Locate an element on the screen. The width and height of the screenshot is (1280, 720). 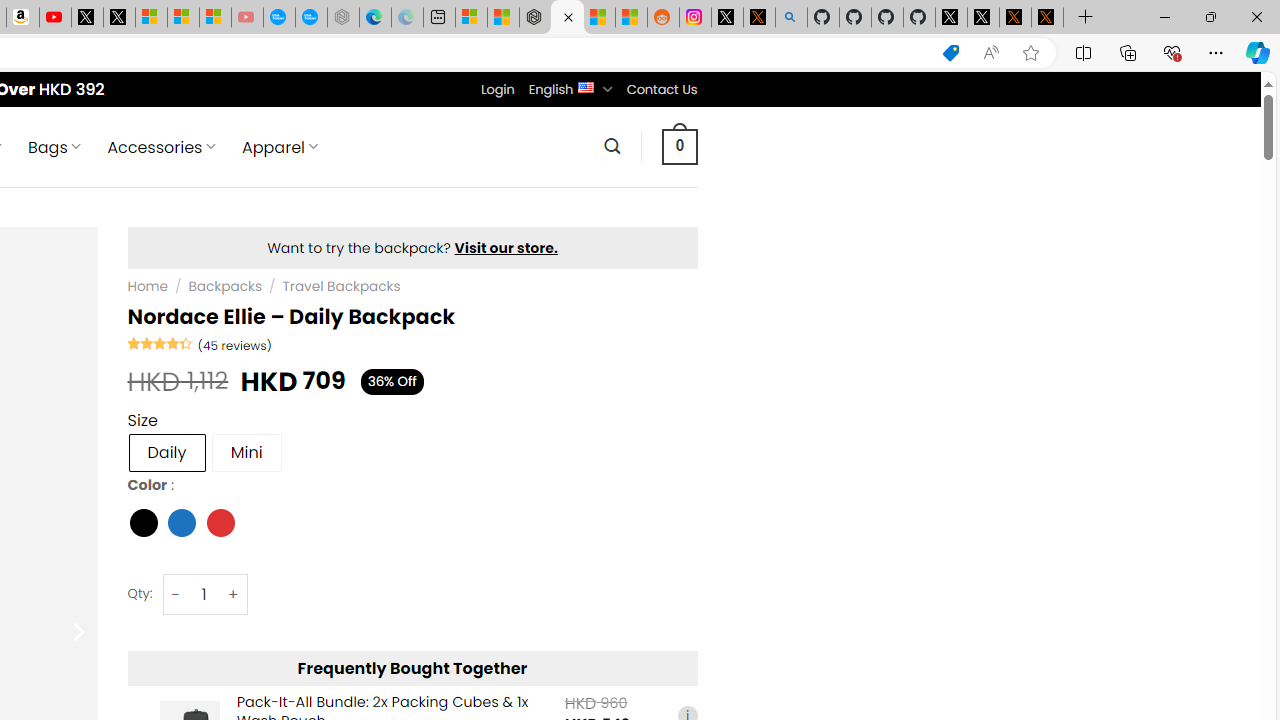
'Travel Backpacks' is located at coordinates (341, 286).